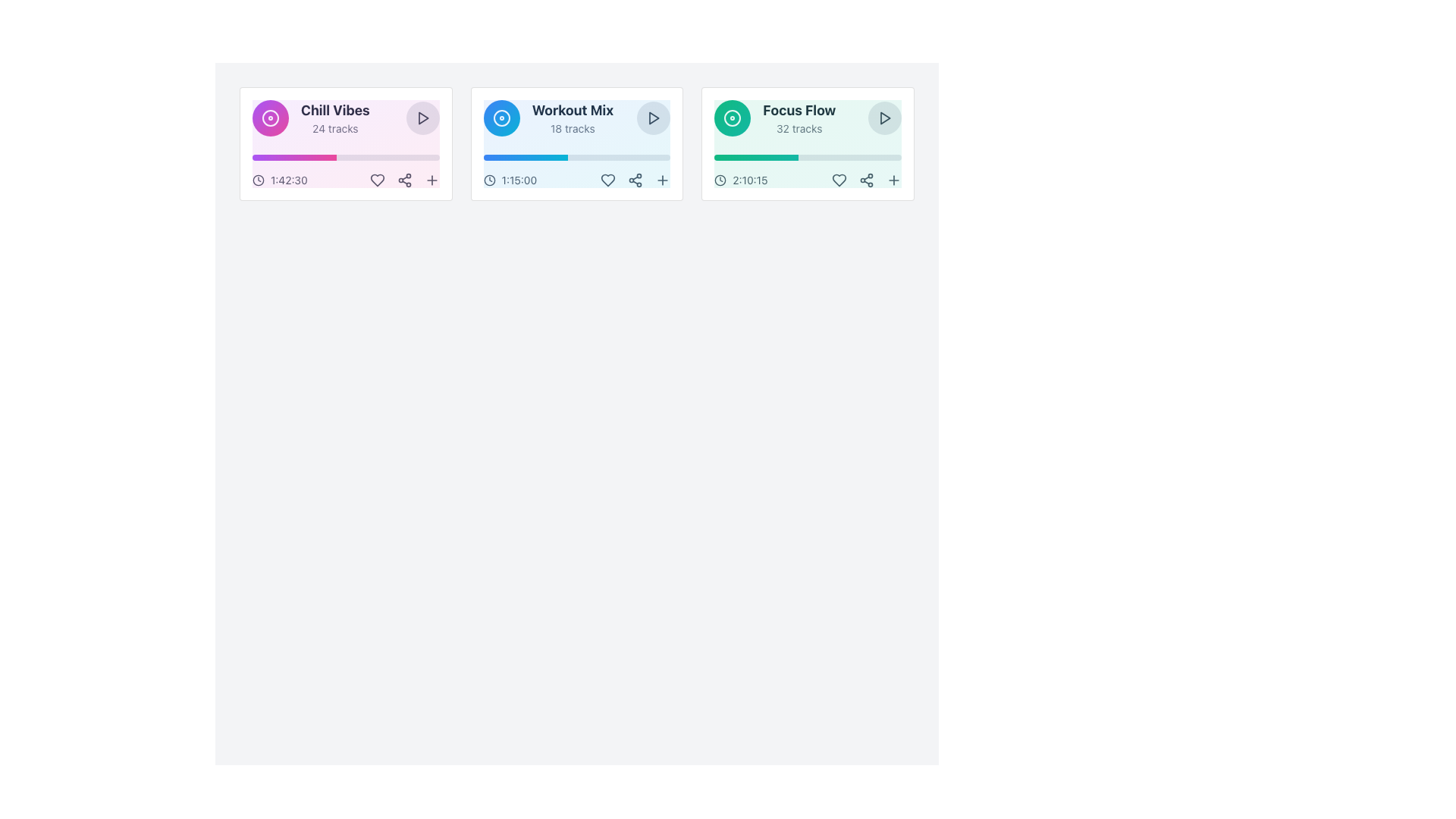 This screenshot has width=1456, height=819. What do you see at coordinates (548, 117) in the screenshot?
I see `the informational text for the 'Workout Mix' playlist located in the upper left section of the second card in a horizontally arranged group of three cards` at bounding box center [548, 117].